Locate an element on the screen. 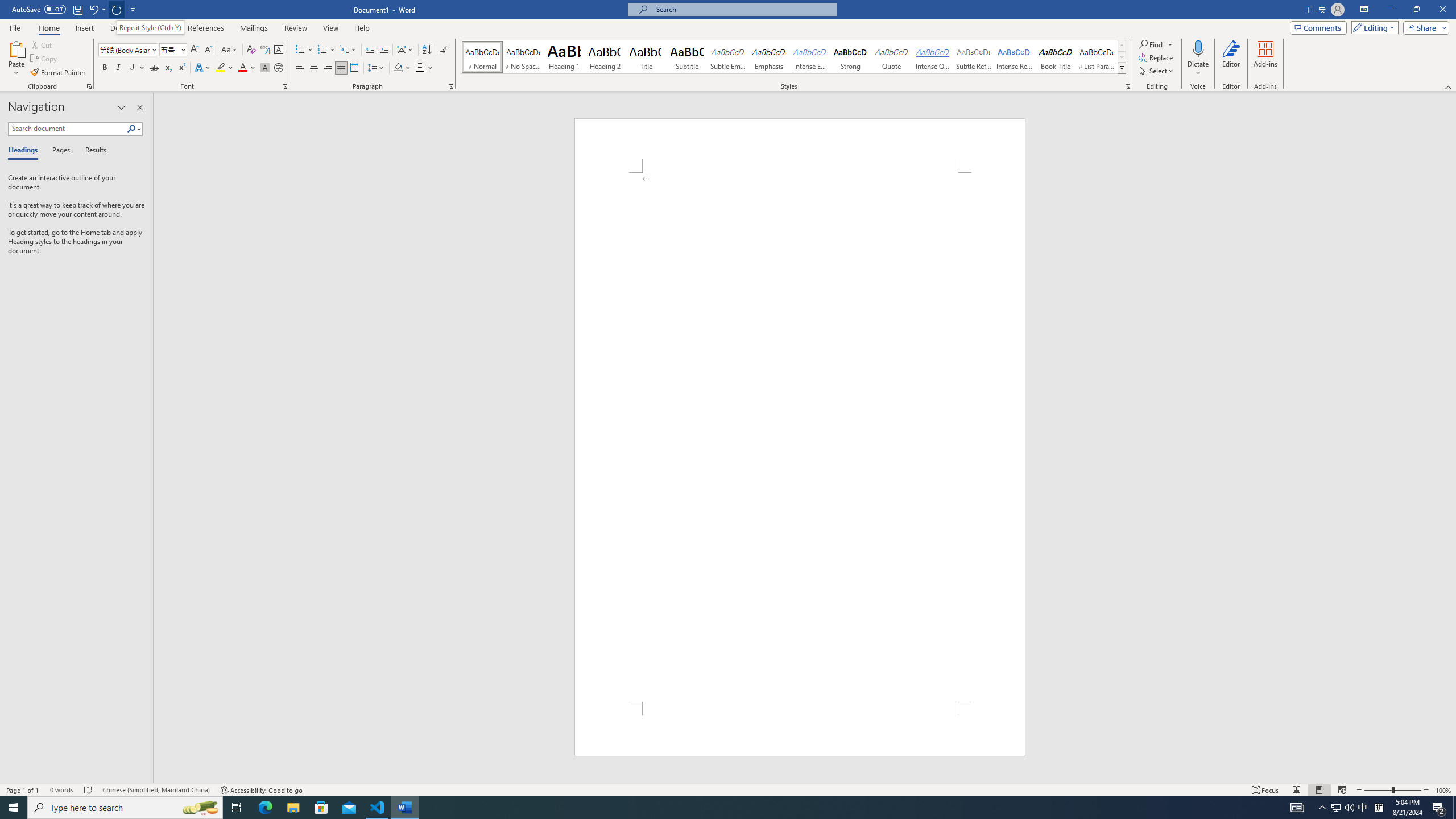 Image resolution: width=1456 pixels, height=819 pixels. 'Restore Down' is located at coordinates (1416, 9).